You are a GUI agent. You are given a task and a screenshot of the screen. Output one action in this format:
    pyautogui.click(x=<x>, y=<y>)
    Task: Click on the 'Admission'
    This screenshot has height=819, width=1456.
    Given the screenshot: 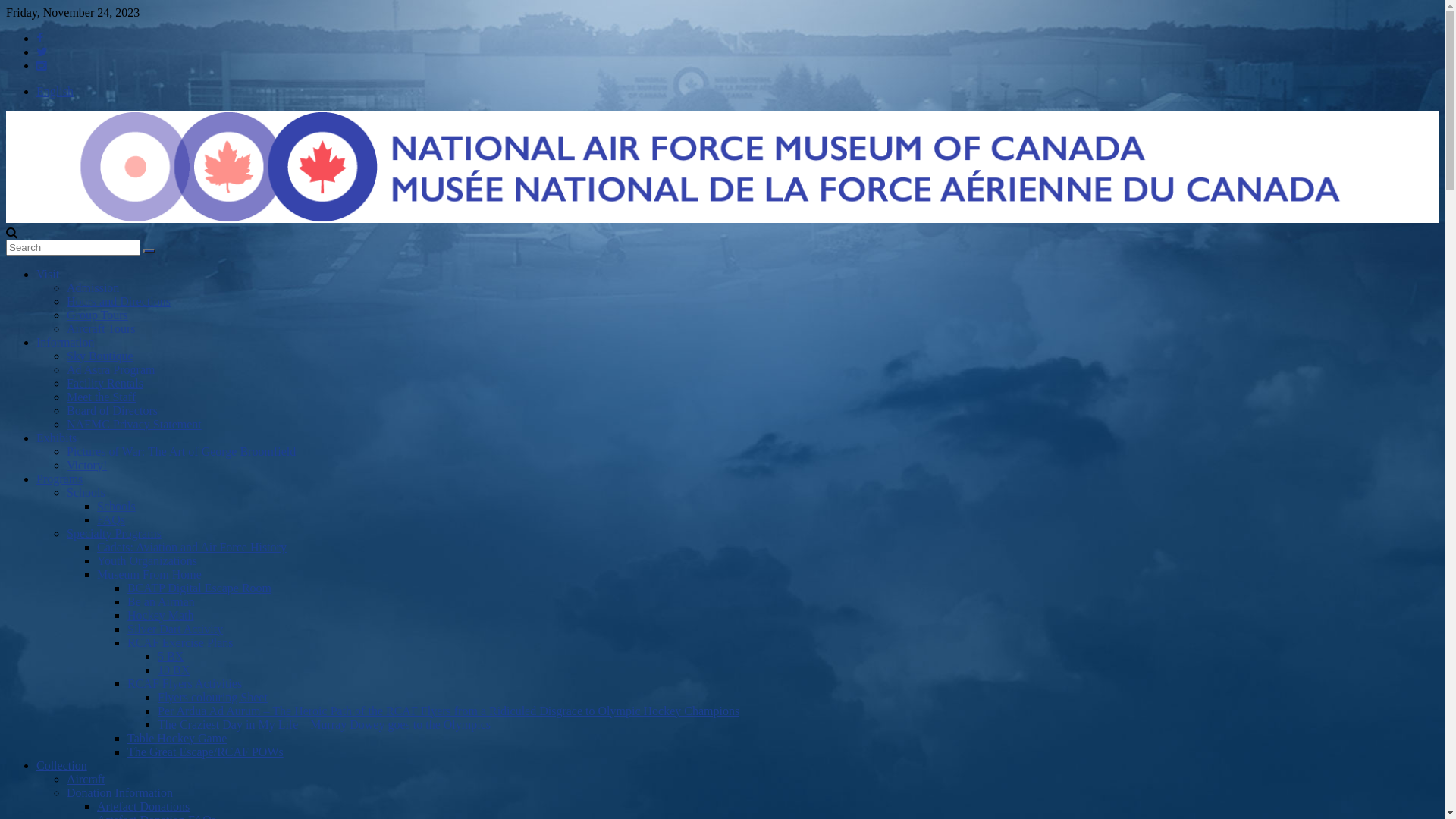 What is the action you would take?
    pyautogui.click(x=92, y=287)
    